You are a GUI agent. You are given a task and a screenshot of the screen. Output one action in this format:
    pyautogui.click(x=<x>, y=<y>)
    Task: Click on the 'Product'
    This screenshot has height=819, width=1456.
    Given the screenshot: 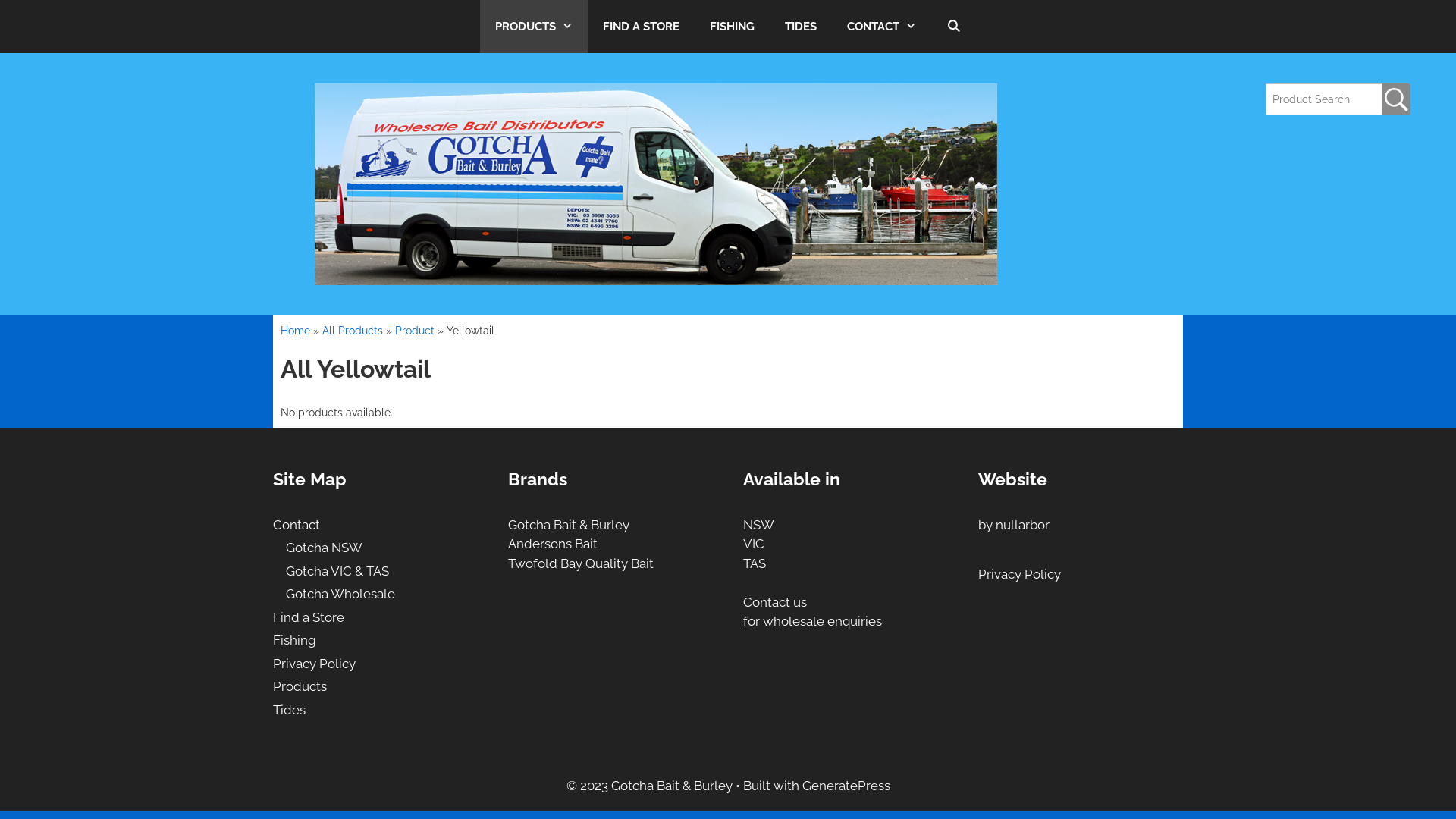 What is the action you would take?
    pyautogui.click(x=415, y=329)
    